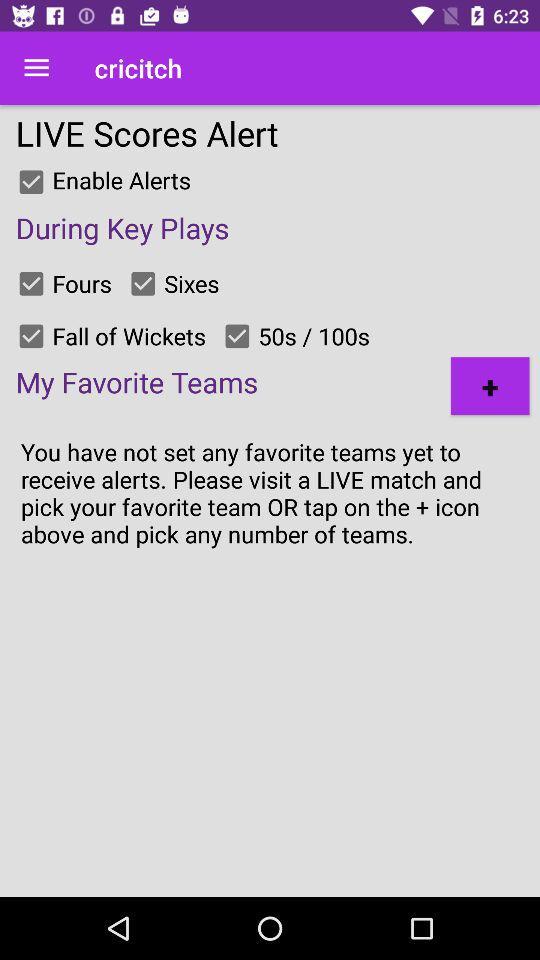  Describe the element at coordinates (237, 336) in the screenshot. I see `this option` at that location.